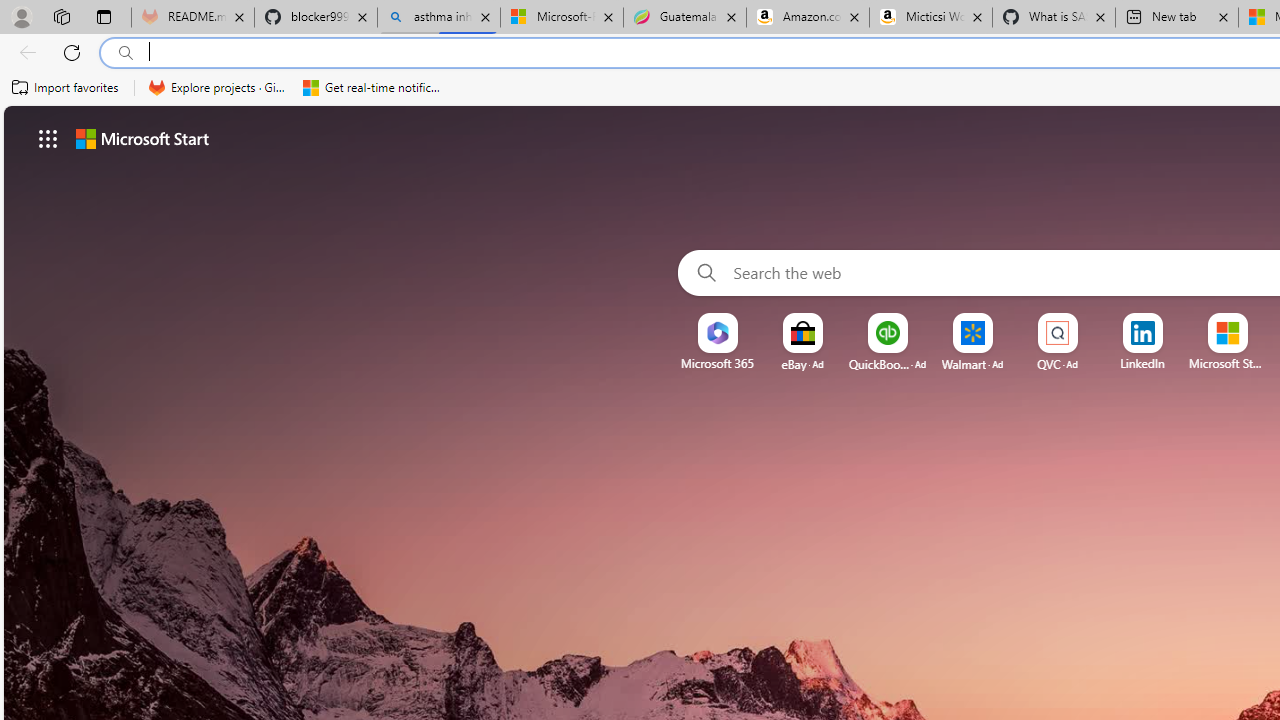  What do you see at coordinates (141, 137) in the screenshot?
I see `'Microsoft start'` at bounding box center [141, 137].